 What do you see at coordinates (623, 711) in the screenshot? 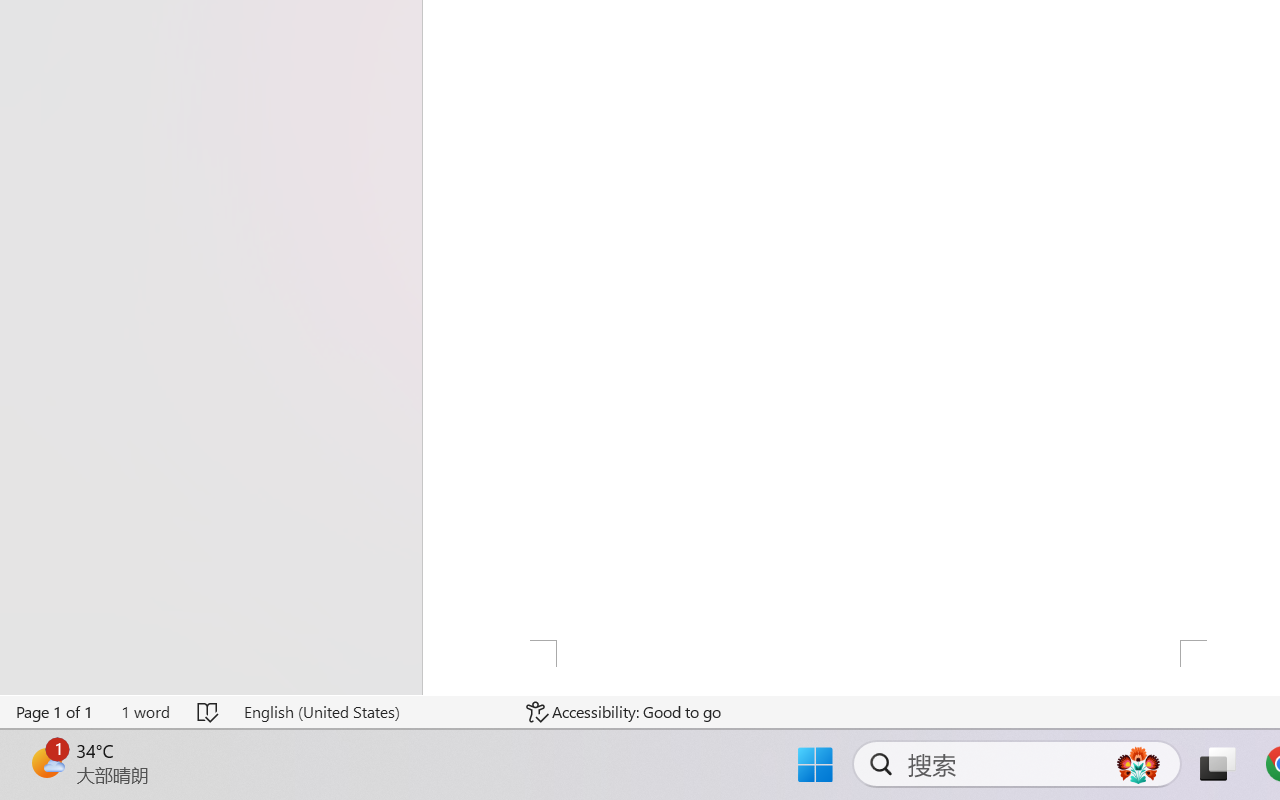
I see `'Accessibility Checker Accessibility: Good to go'` at bounding box center [623, 711].